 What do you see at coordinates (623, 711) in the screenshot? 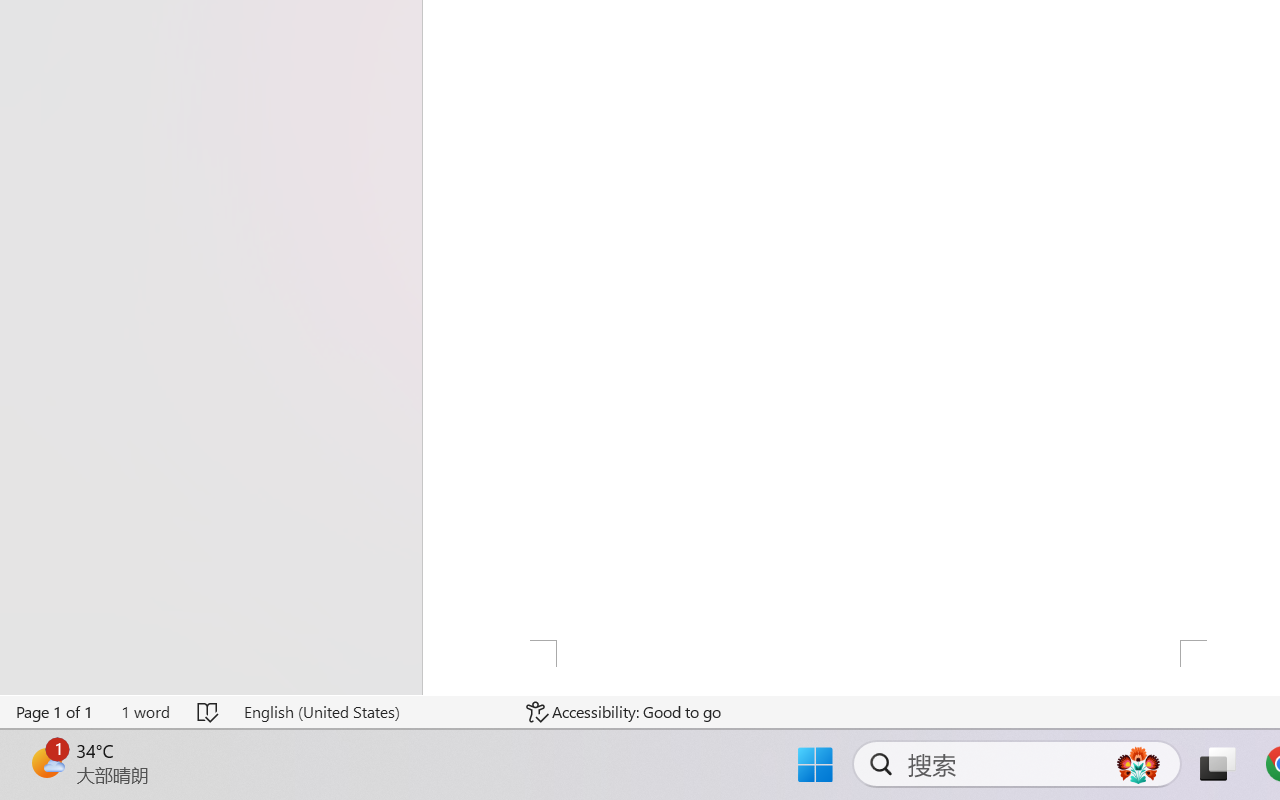
I see `'Accessibility Checker Accessibility: Good to go'` at bounding box center [623, 711].